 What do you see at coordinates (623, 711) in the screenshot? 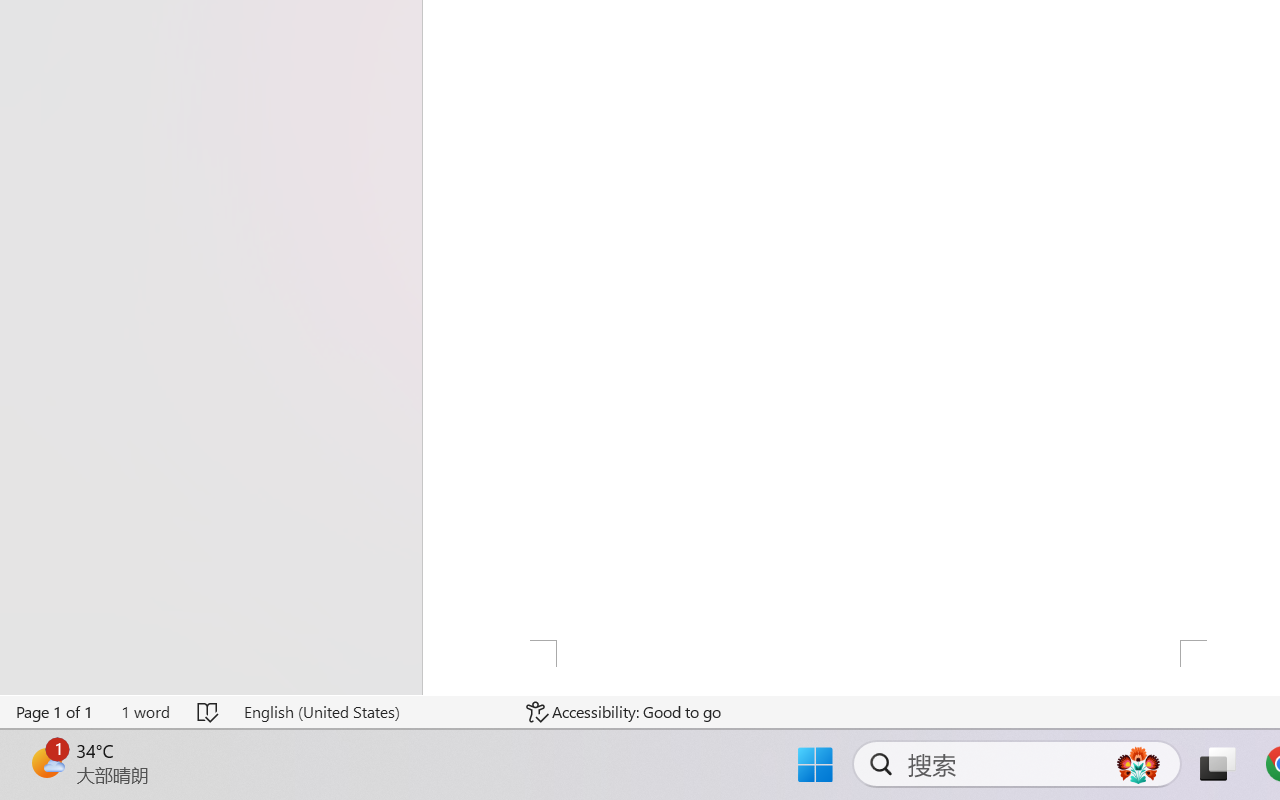
I see `'Accessibility Checker Accessibility: Good to go'` at bounding box center [623, 711].